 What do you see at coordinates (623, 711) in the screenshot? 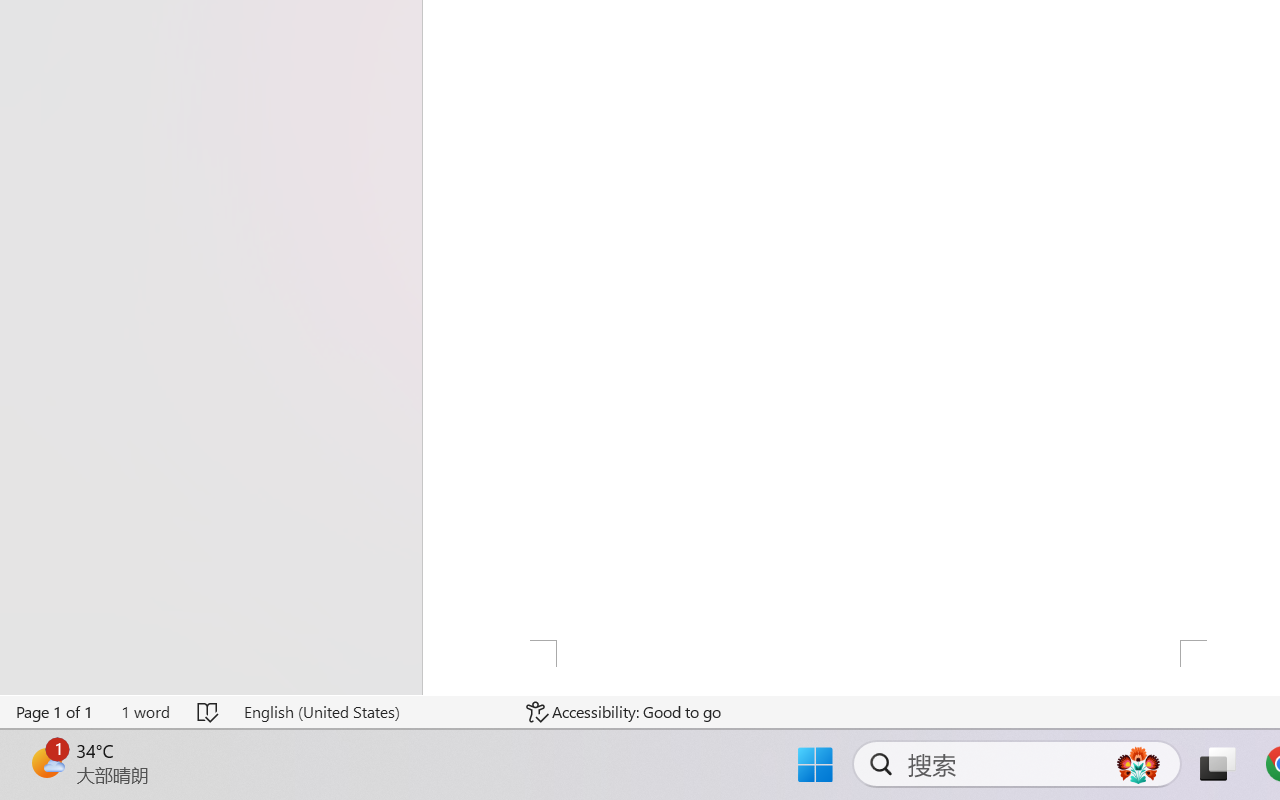
I see `'Accessibility Checker Accessibility: Good to go'` at bounding box center [623, 711].